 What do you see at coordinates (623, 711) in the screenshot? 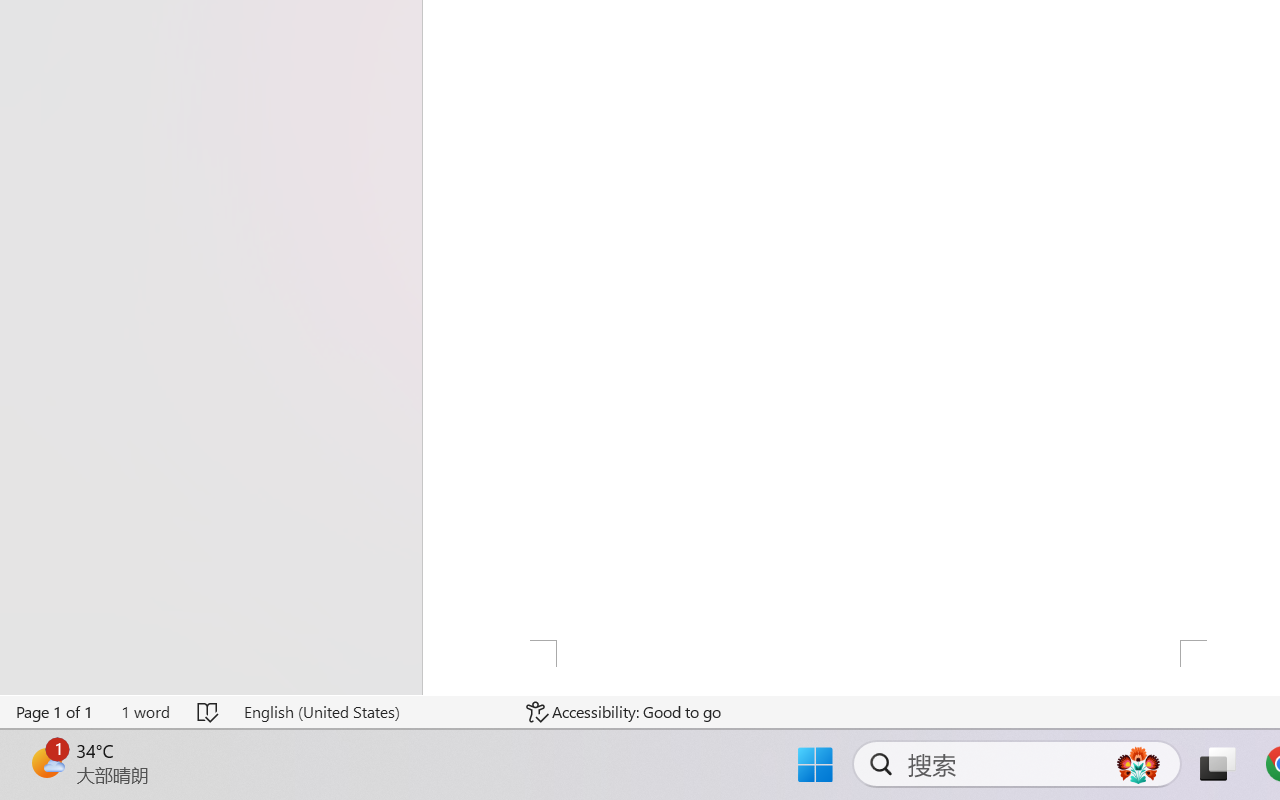
I see `'Accessibility Checker Accessibility: Good to go'` at bounding box center [623, 711].